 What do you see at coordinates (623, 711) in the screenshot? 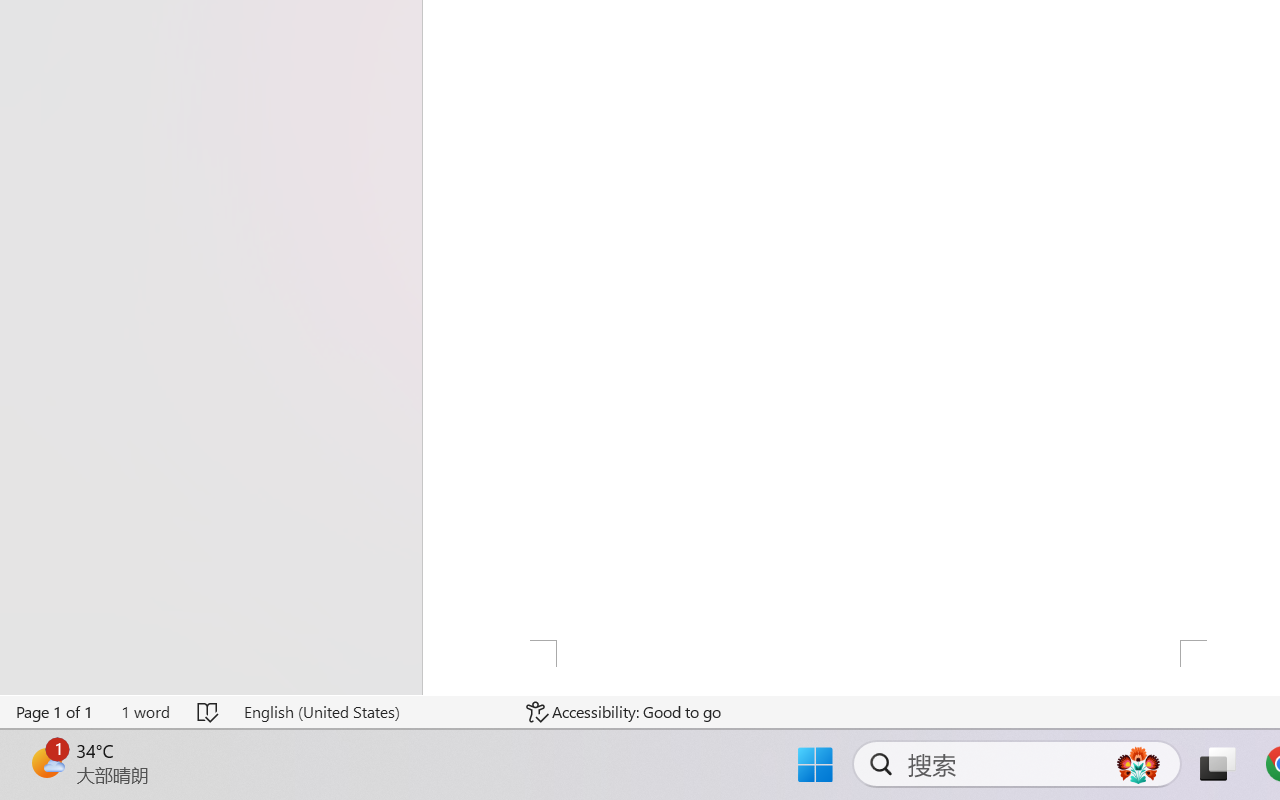
I see `'Accessibility Checker Accessibility: Good to go'` at bounding box center [623, 711].